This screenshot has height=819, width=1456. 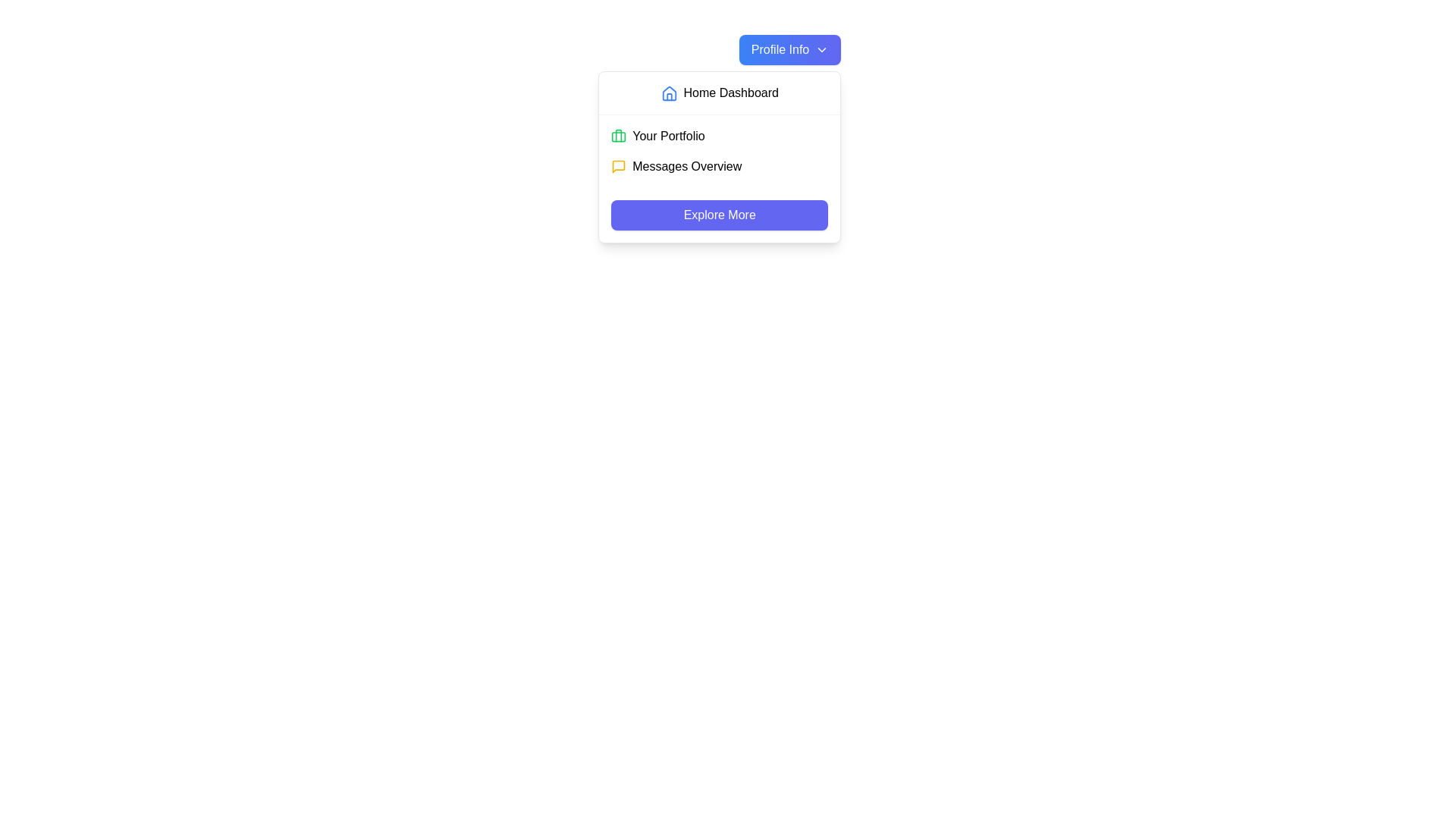 I want to click on the 'Messages Overview' text in the dropdown menu, which is the second item in the list beneath 'Your Portfolio' and above the 'Explore More' button, so click(x=719, y=166).